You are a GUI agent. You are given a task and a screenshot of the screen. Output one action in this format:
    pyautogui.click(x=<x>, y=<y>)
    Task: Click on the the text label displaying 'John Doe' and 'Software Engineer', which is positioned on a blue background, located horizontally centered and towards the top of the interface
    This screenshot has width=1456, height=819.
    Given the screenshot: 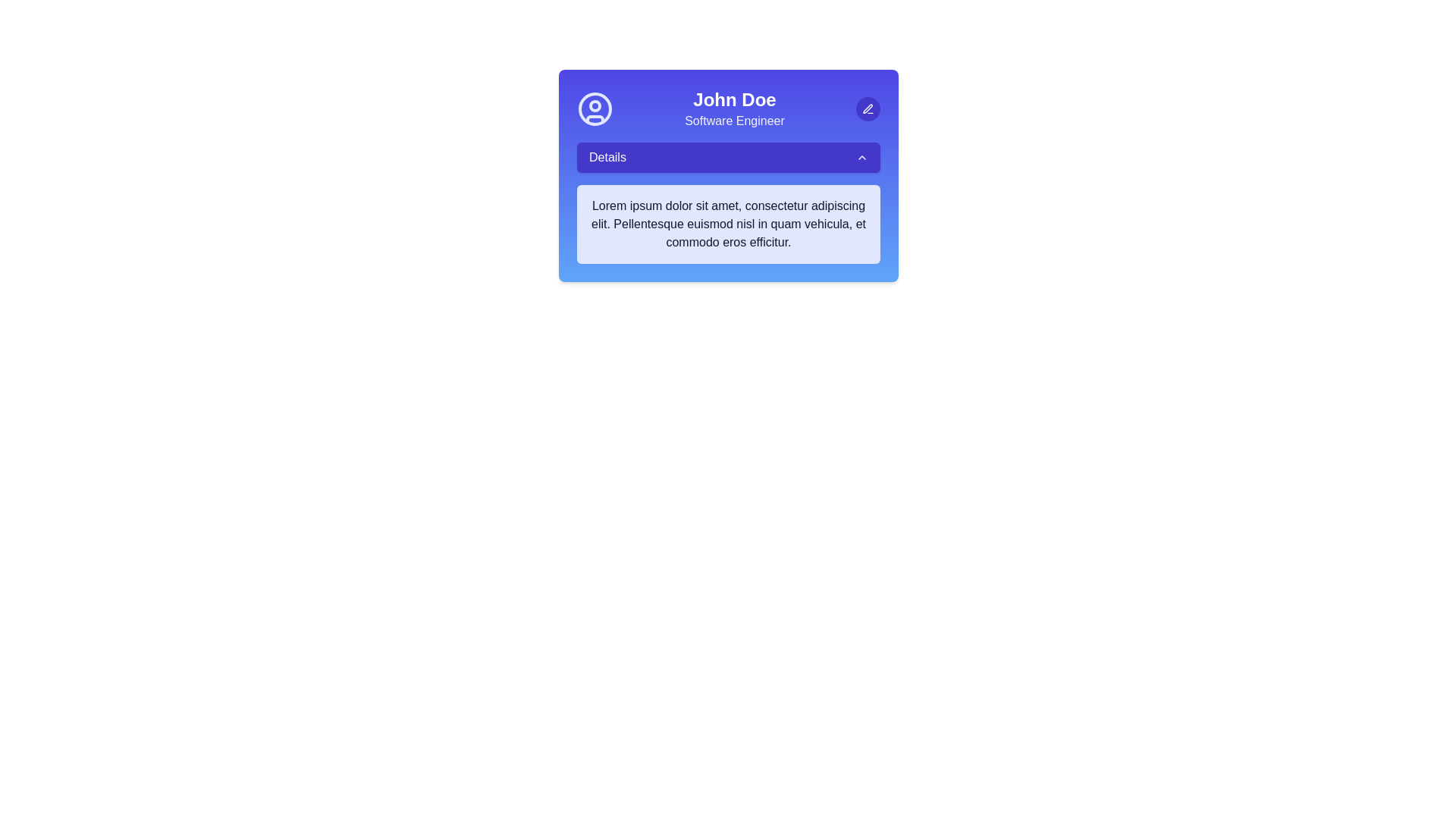 What is the action you would take?
    pyautogui.click(x=735, y=108)
    